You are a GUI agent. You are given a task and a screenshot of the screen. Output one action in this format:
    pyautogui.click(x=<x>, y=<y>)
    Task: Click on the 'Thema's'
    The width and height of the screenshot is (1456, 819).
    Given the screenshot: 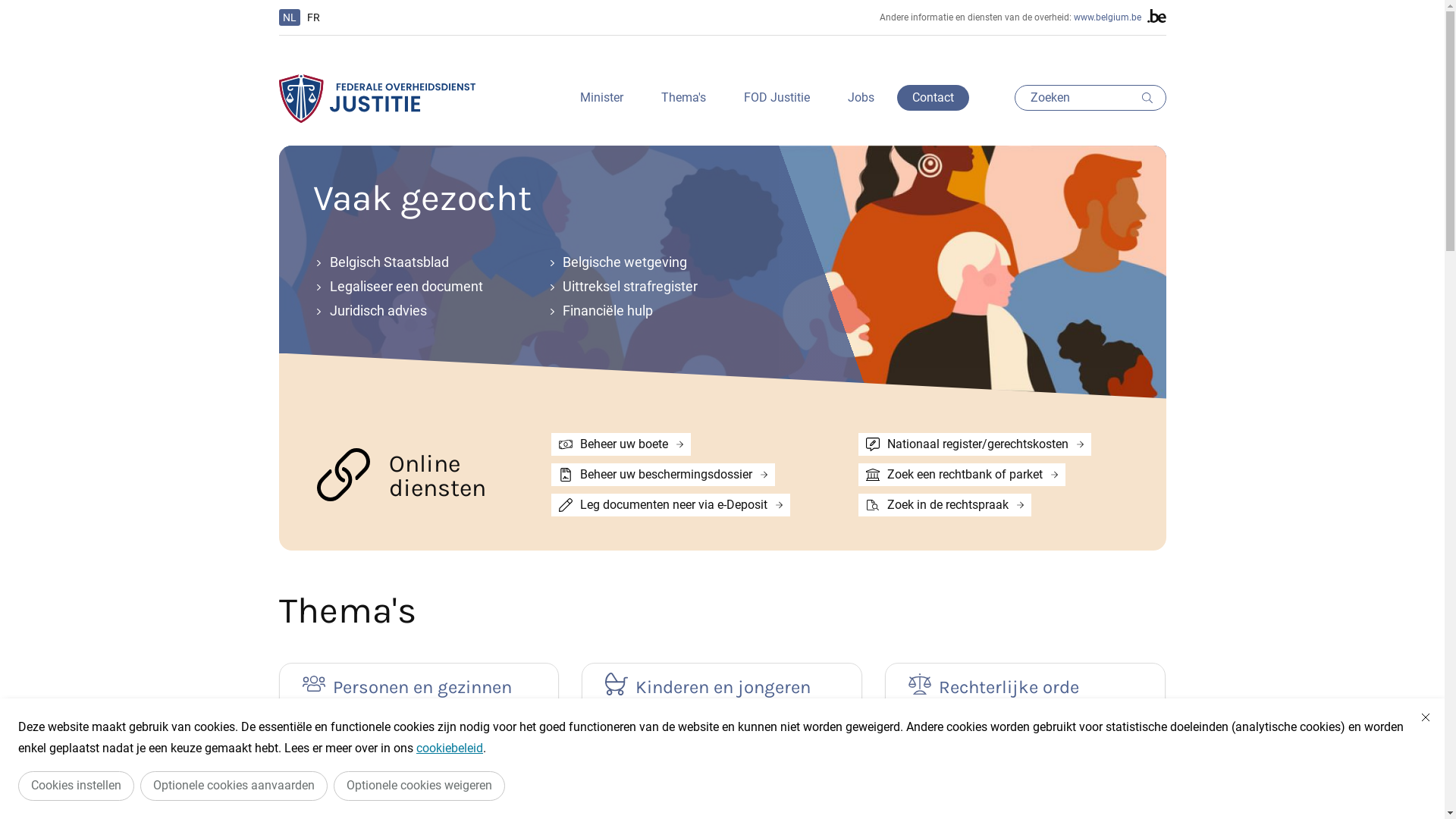 What is the action you would take?
    pyautogui.click(x=682, y=97)
    